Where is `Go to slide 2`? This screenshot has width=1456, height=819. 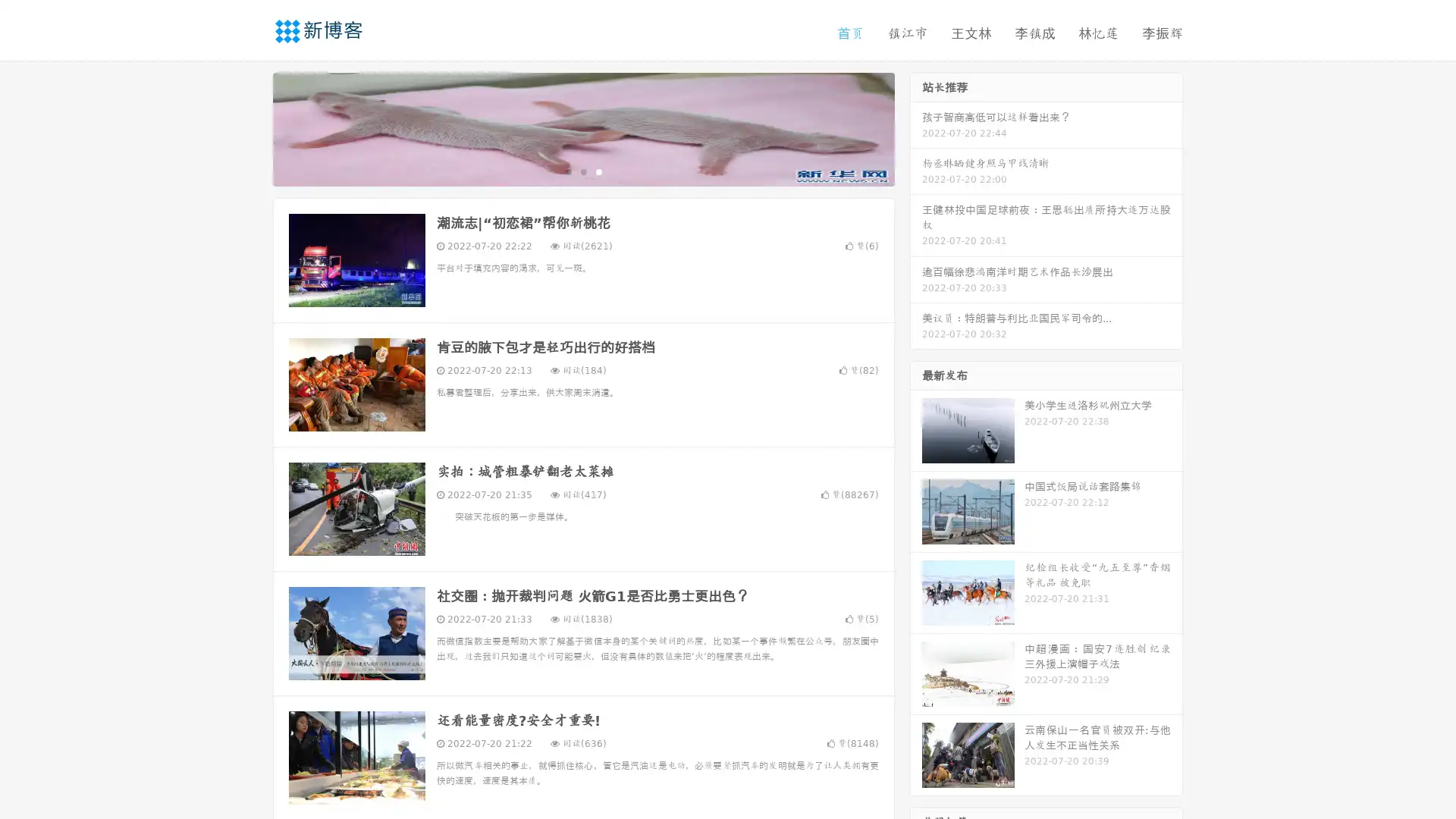
Go to slide 2 is located at coordinates (582, 171).